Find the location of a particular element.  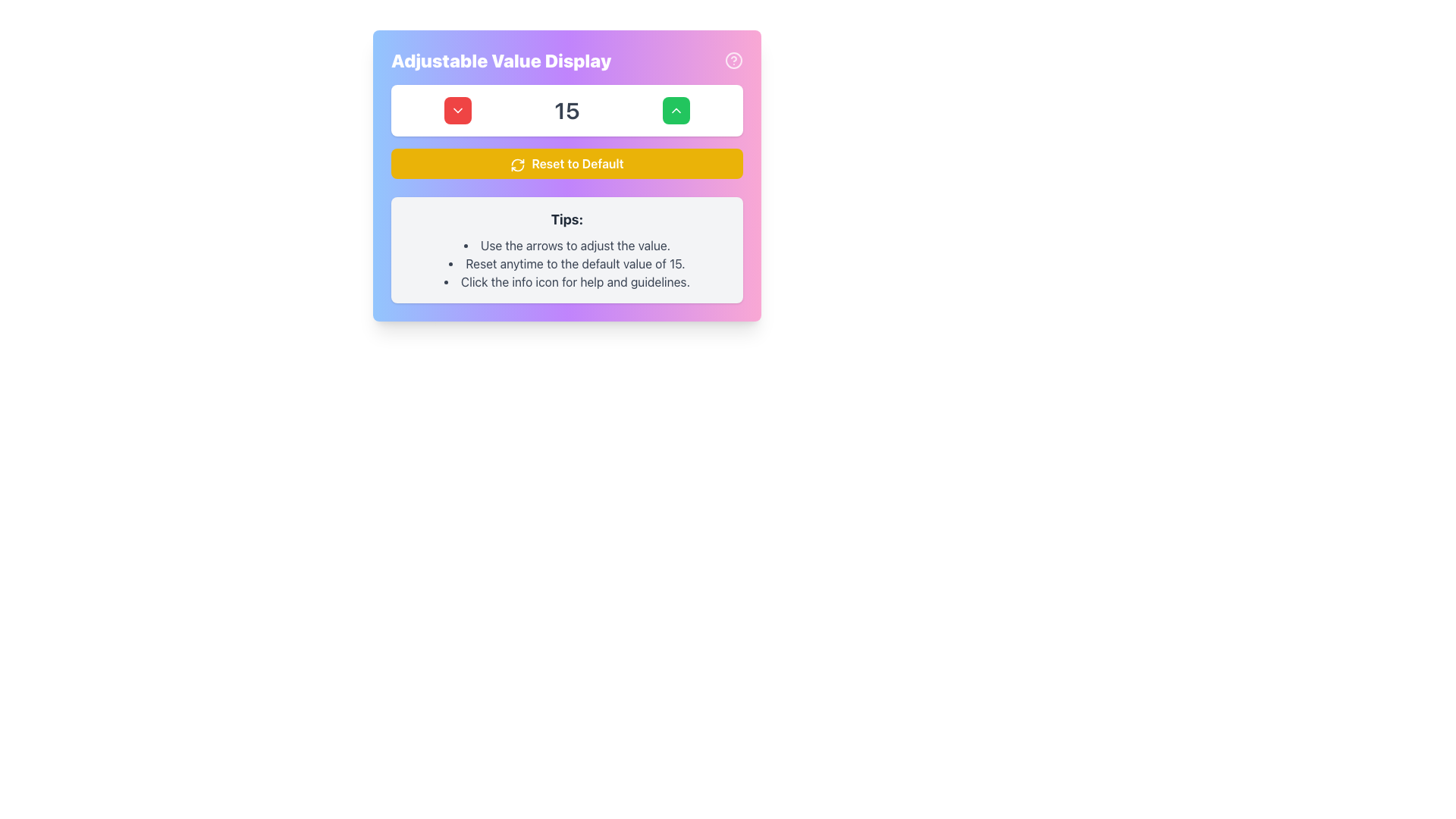

the interactive help icon button located in the top-right corner of the 'Adjustable Value Display' header to change its opacity is located at coordinates (734, 60).